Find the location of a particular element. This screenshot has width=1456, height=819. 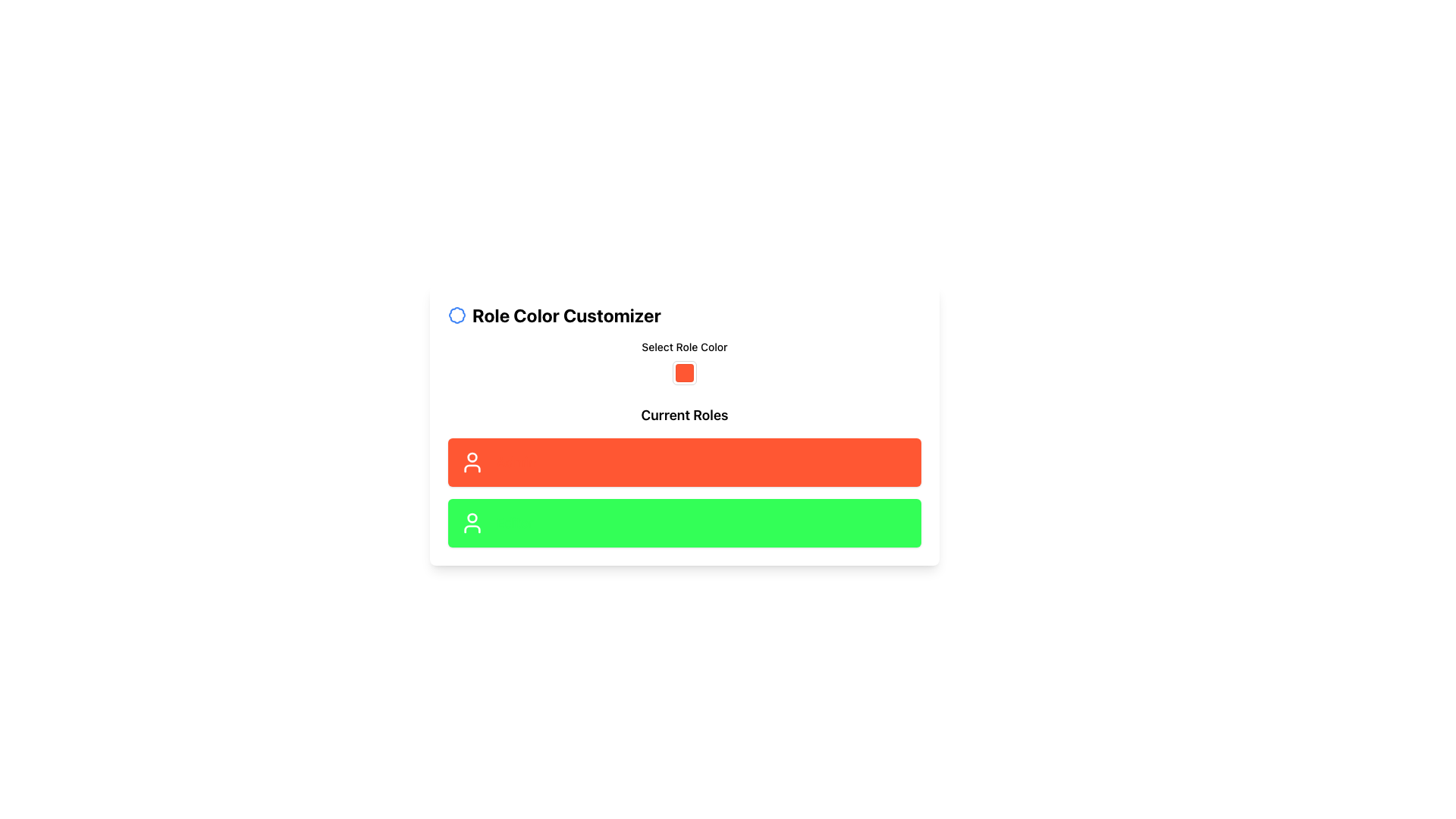

the SVG icon element representing the 'Editor' role, located in the green rectangular section of the interface is located at coordinates (472, 522).